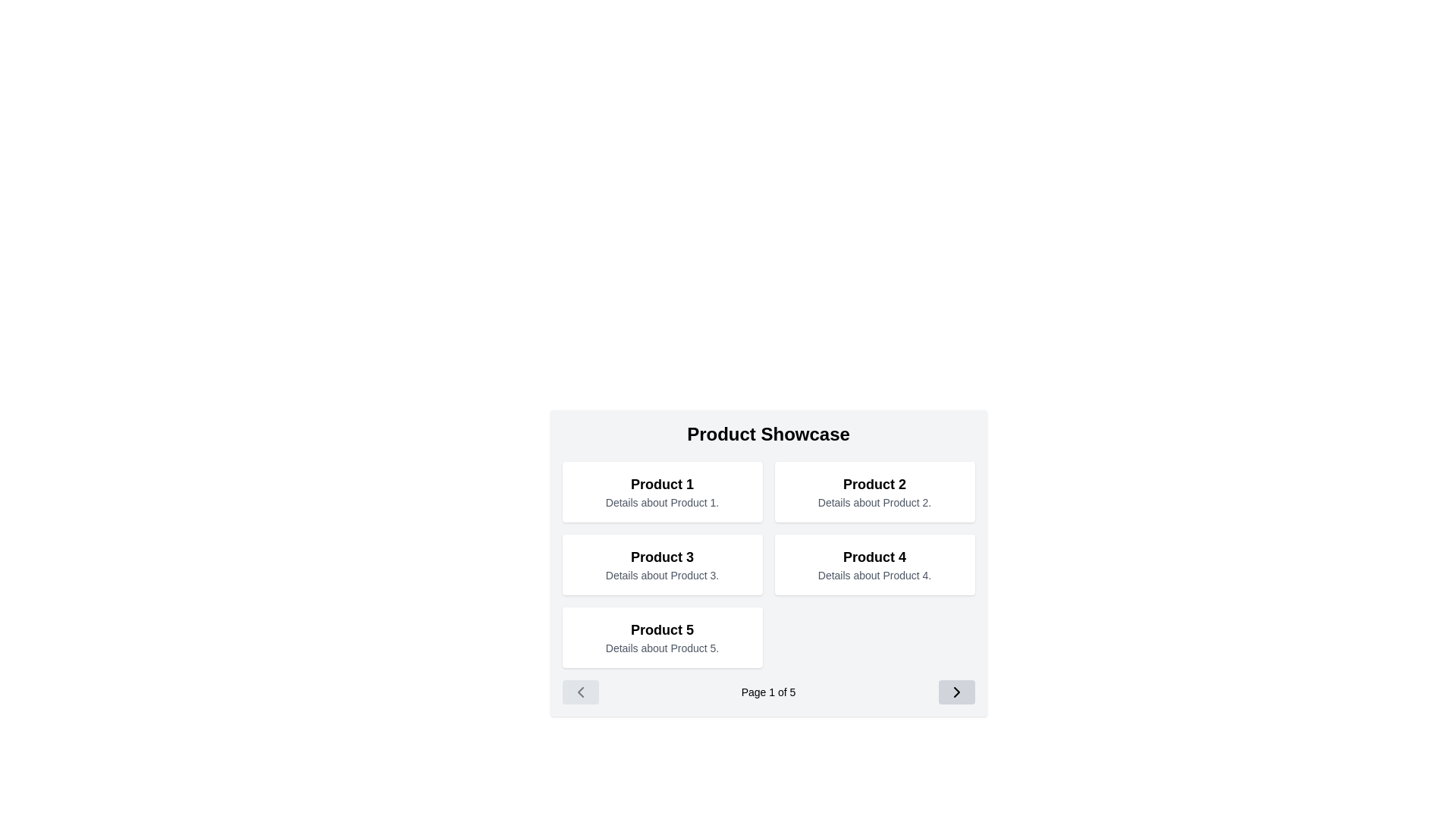 This screenshot has width=1456, height=819. Describe the element at coordinates (768, 692) in the screenshot. I see `the pagination label displaying 'Page 1 of 5', which is styled with a smaller font on a light gray background, located at the bottom section of the 'Product Showcase' area` at that location.